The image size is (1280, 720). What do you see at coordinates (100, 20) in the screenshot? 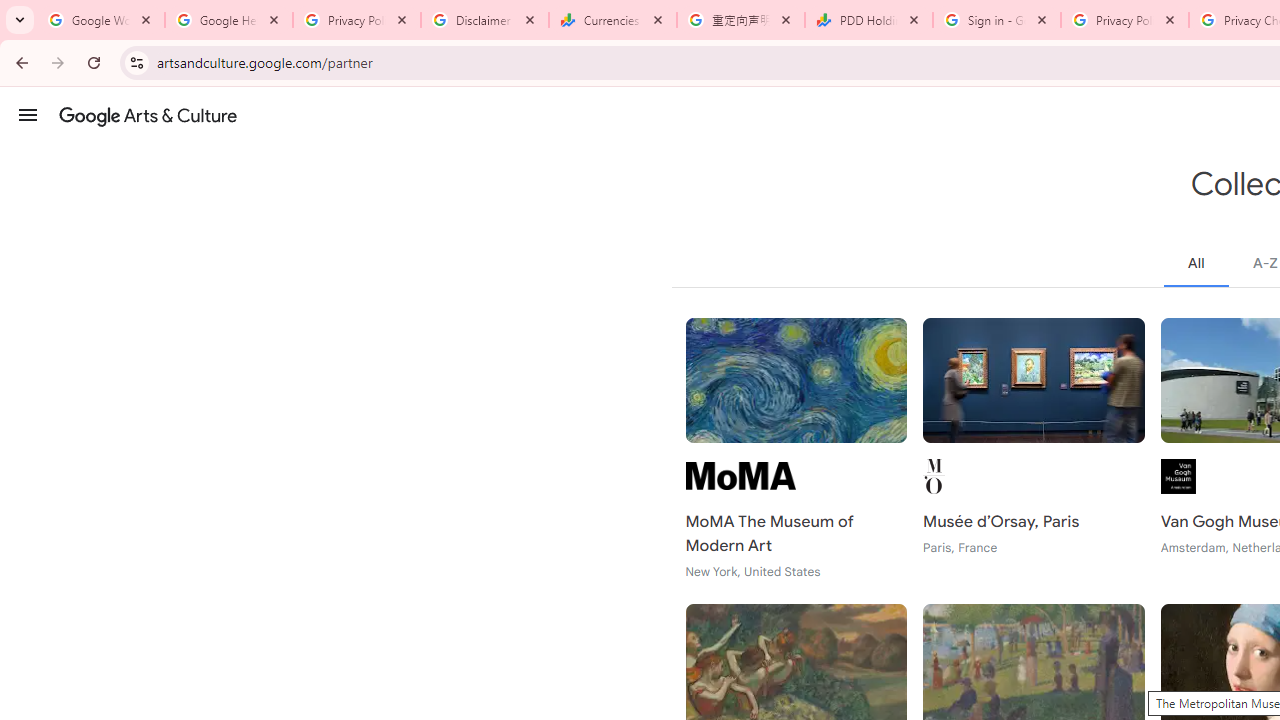
I see `'Google Workspace Admin Community'` at bounding box center [100, 20].